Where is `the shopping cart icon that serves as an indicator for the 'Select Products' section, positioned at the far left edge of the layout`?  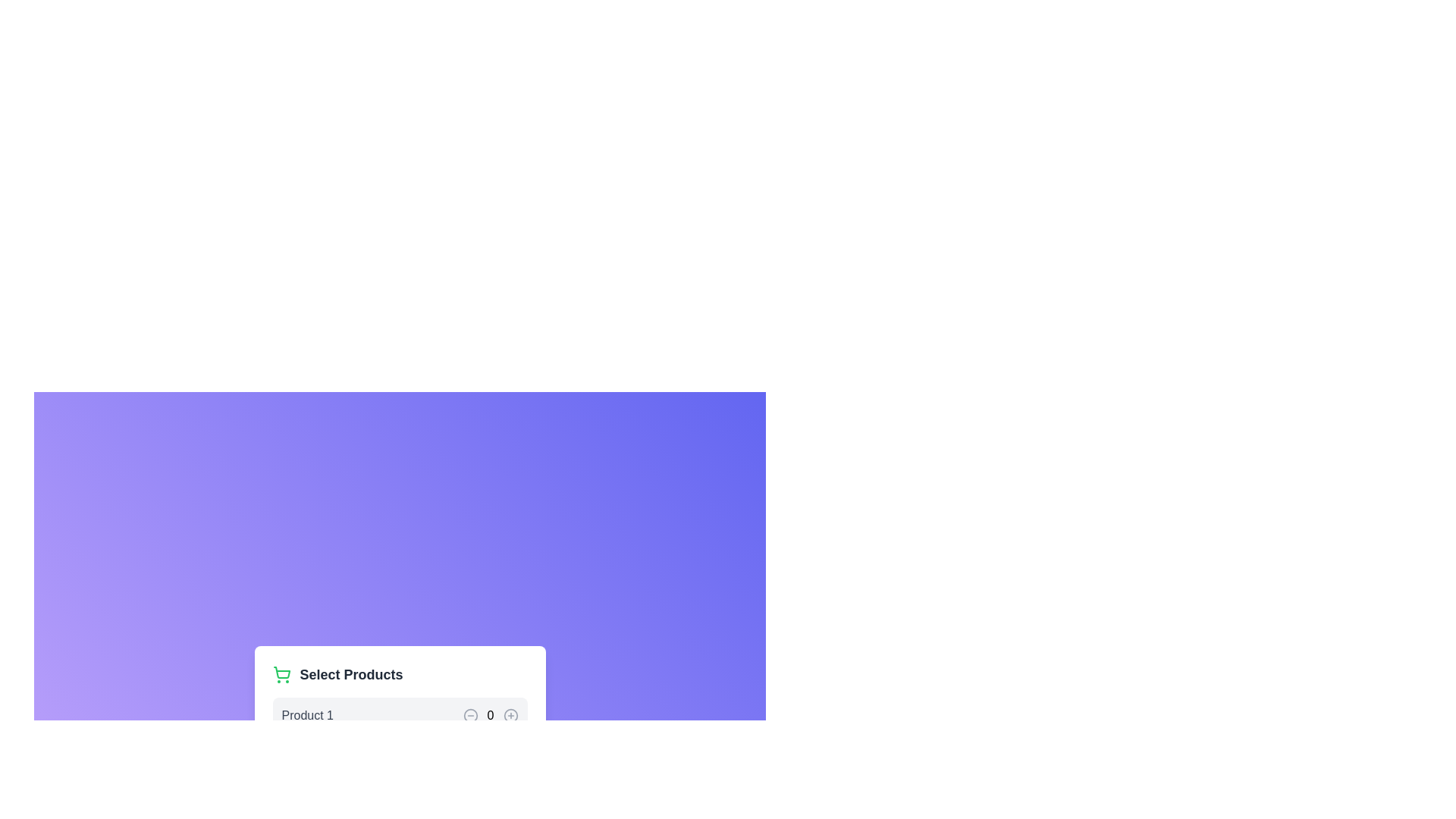 the shopping cart icon that serves as an indicator for the 'Select Products' section, positioned at the far left edge of the layout is located at coordinates (281, 674).